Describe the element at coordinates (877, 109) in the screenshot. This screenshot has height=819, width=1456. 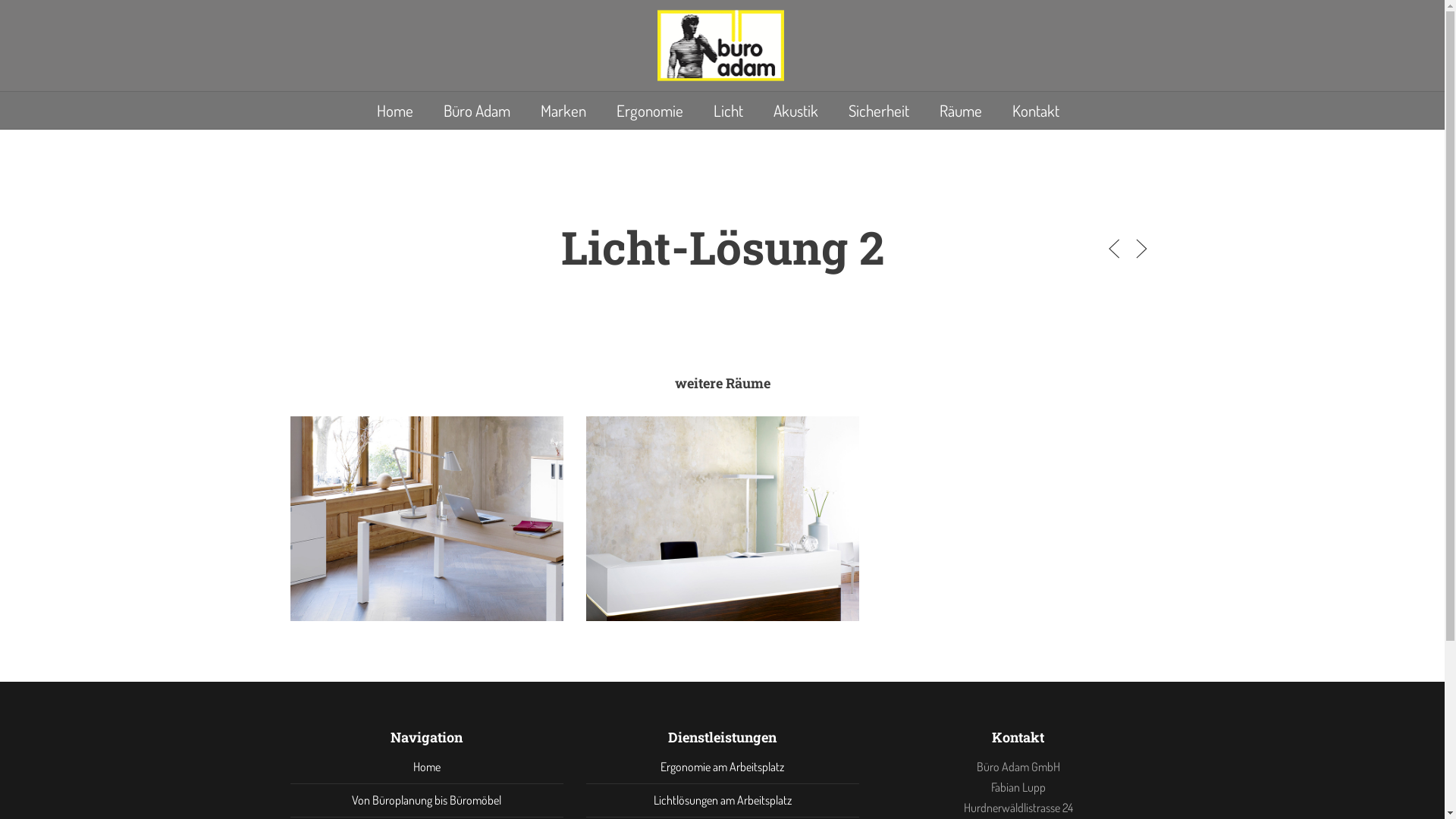
I see `'Sicherheit'` at that location.